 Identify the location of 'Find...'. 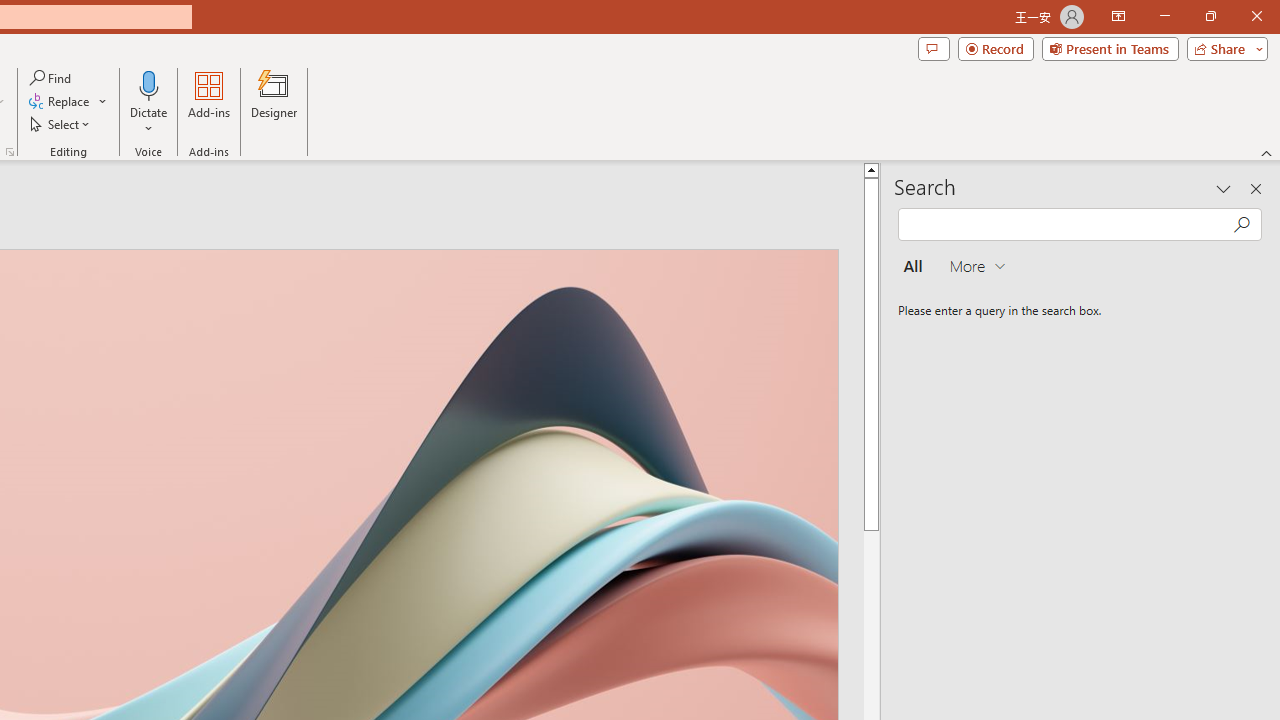
(51, 77).